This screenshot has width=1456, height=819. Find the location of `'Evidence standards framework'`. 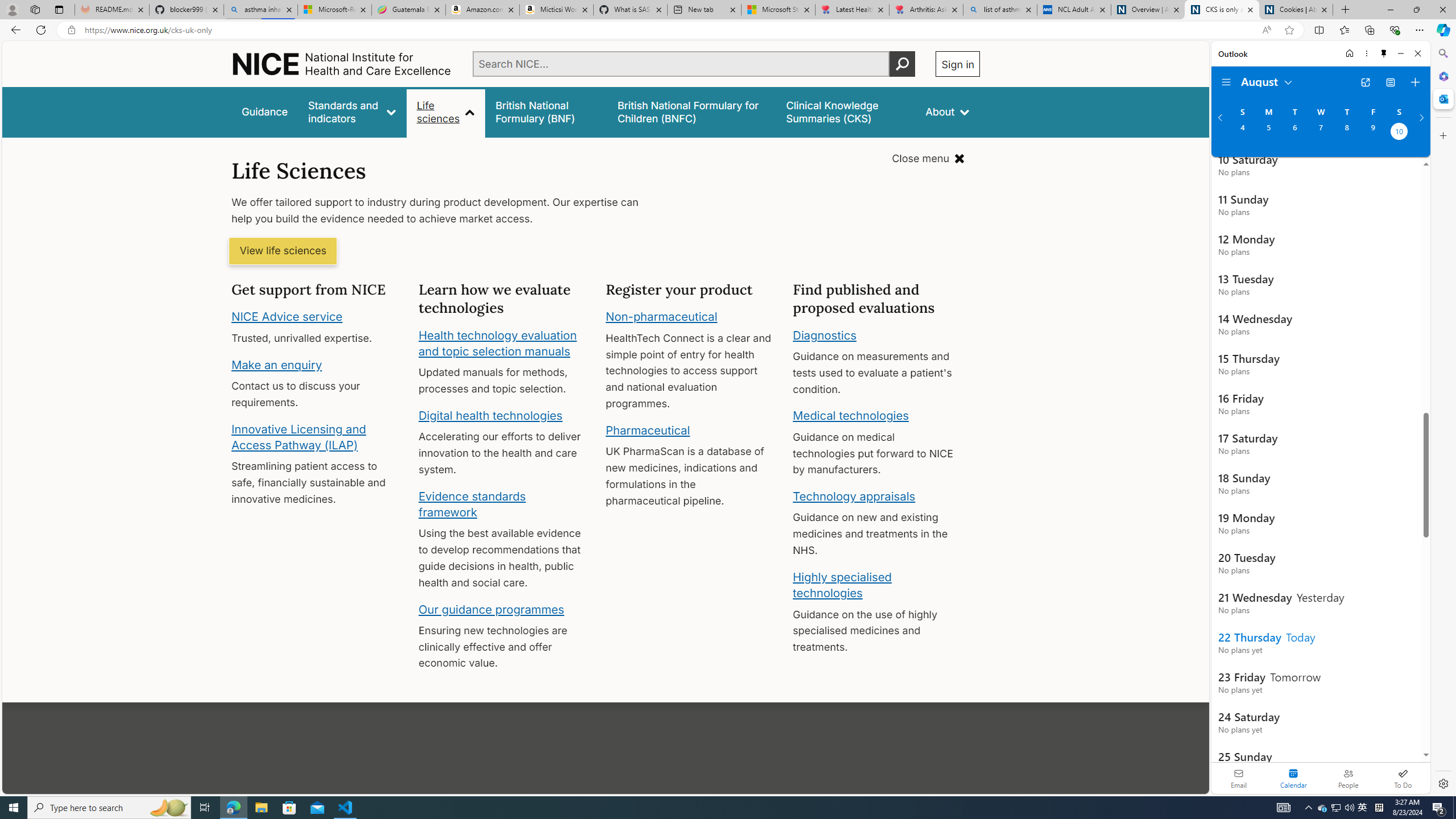

'Evidence standards framework' is located at coordinates (471, 503).